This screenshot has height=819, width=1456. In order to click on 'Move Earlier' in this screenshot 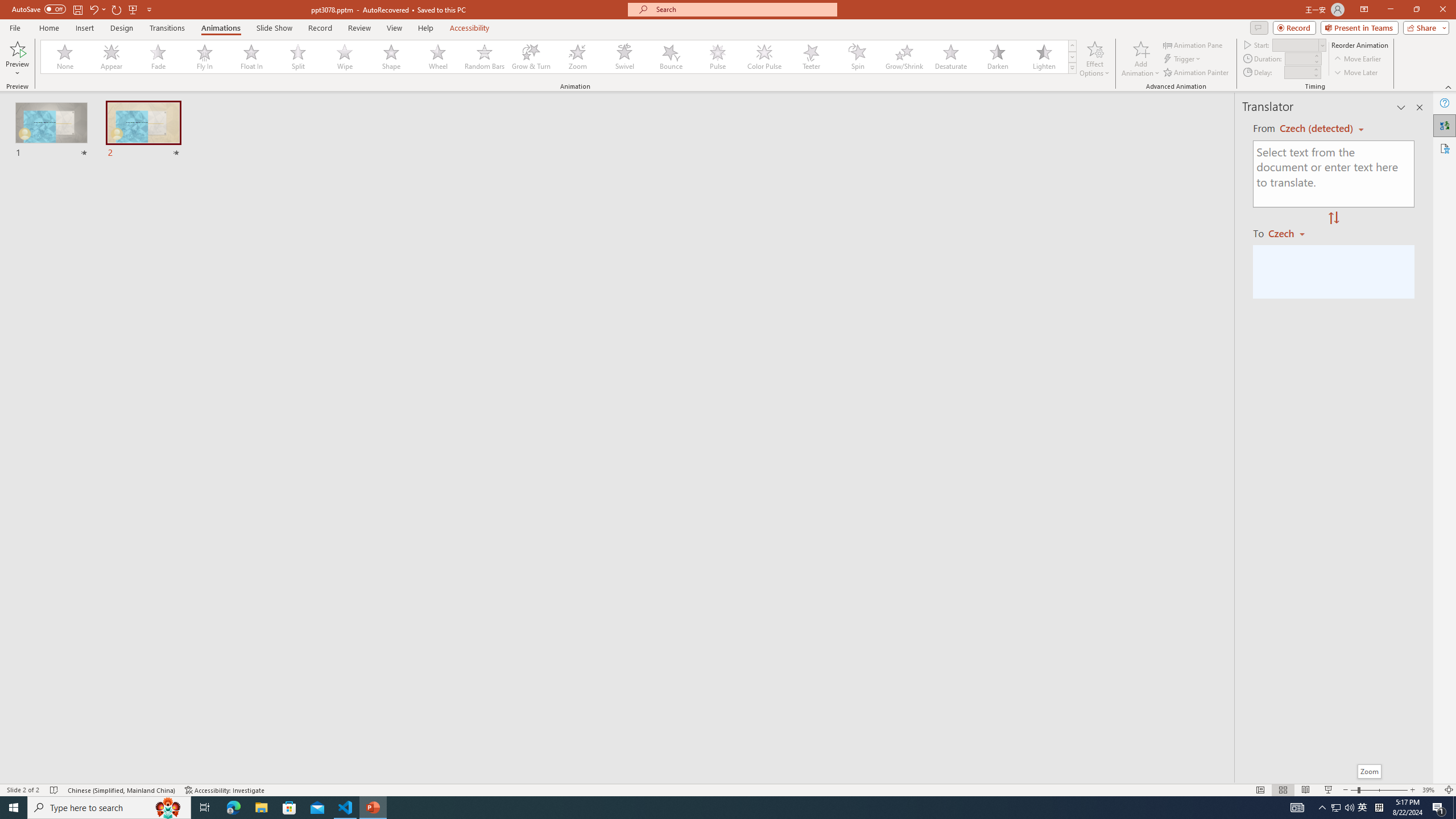, I will do `click(1357, 59)`.